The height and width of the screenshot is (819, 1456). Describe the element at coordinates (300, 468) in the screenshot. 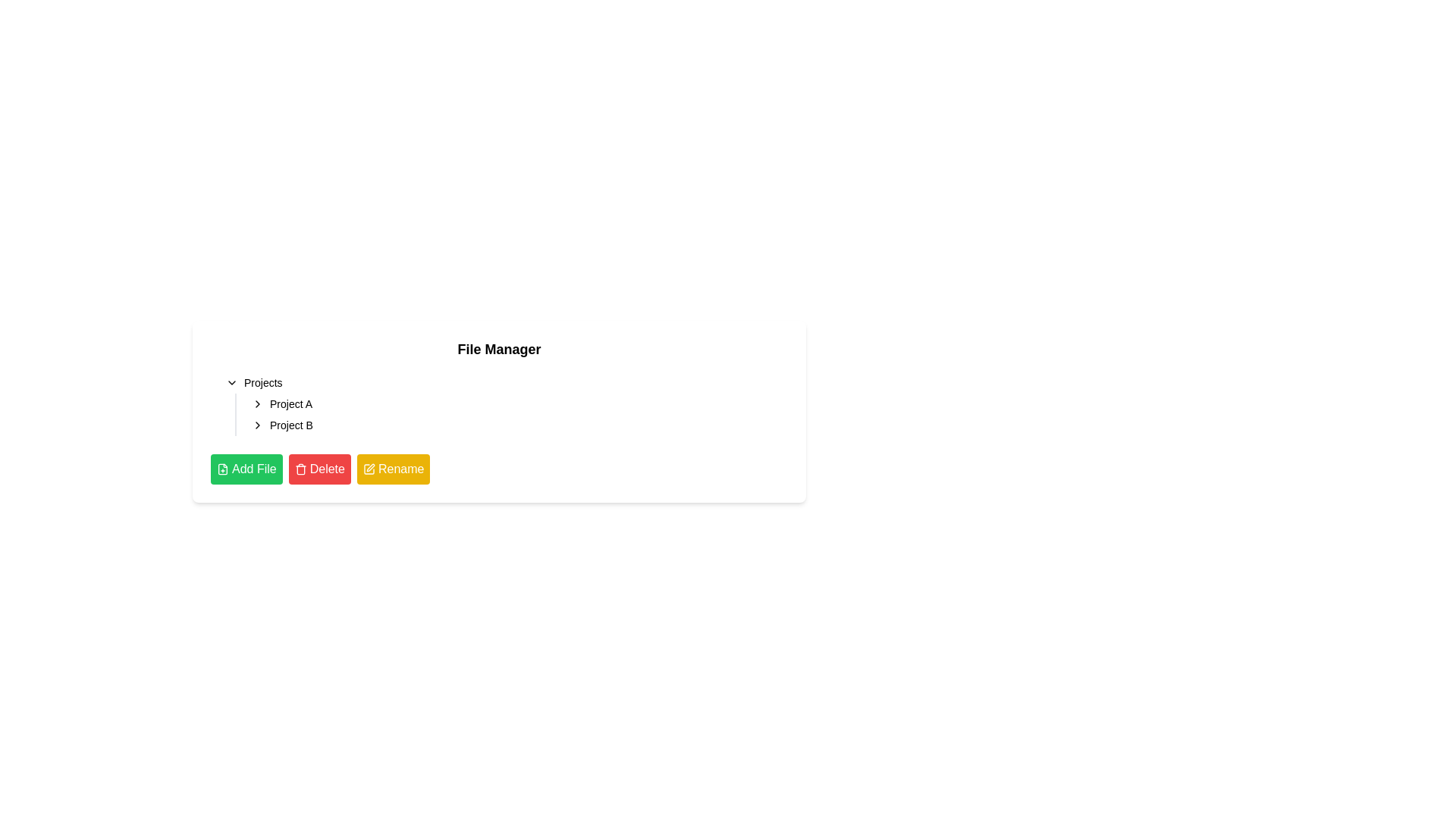

I see `the 'Delete' button which features an SVG icon for deleting files, located between the 'Add File' button and the 'Rename' button at the bottom center of the interface` at that location.